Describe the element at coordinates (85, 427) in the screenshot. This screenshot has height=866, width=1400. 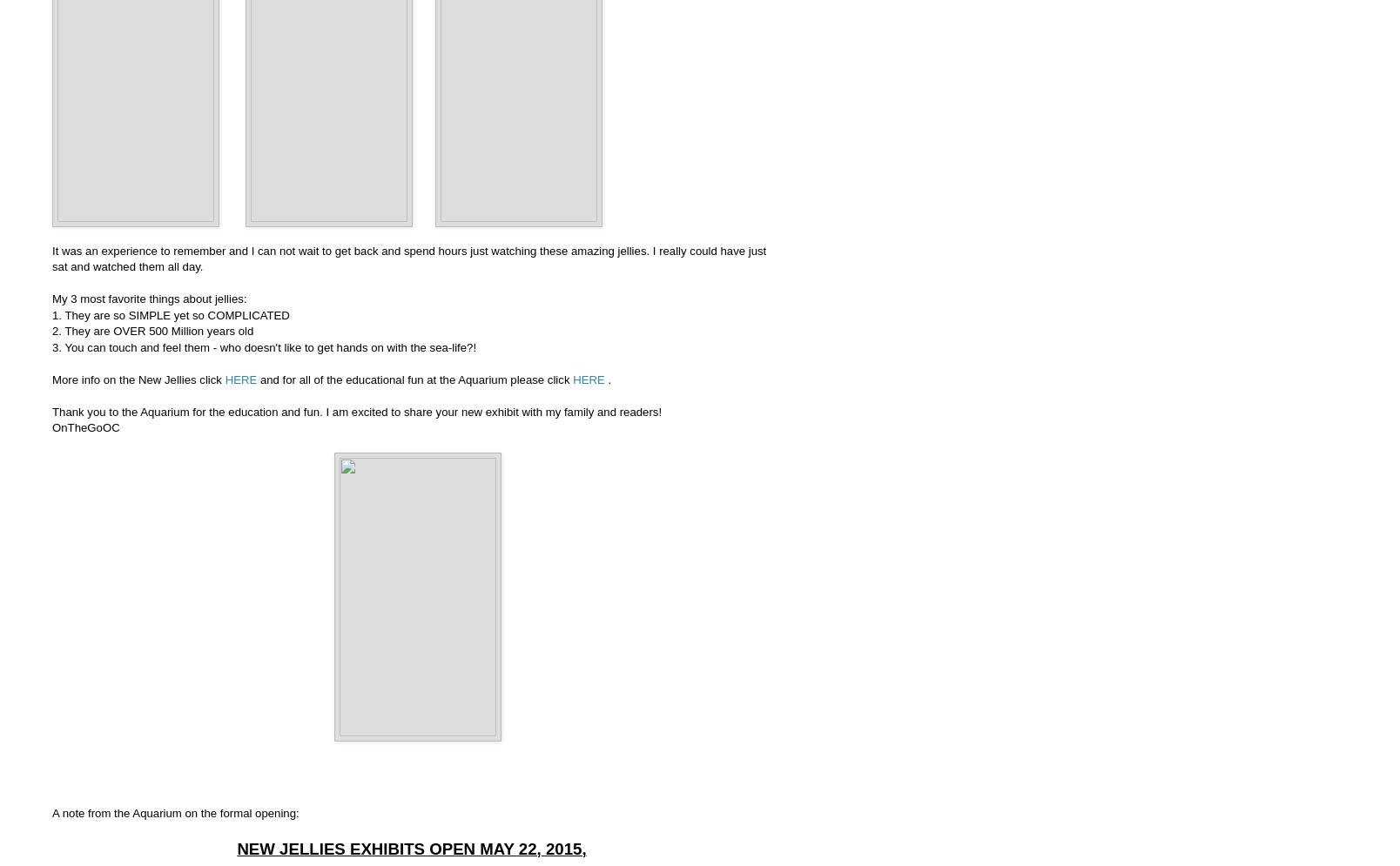
I see `'OnTheGoOC'` at that location.